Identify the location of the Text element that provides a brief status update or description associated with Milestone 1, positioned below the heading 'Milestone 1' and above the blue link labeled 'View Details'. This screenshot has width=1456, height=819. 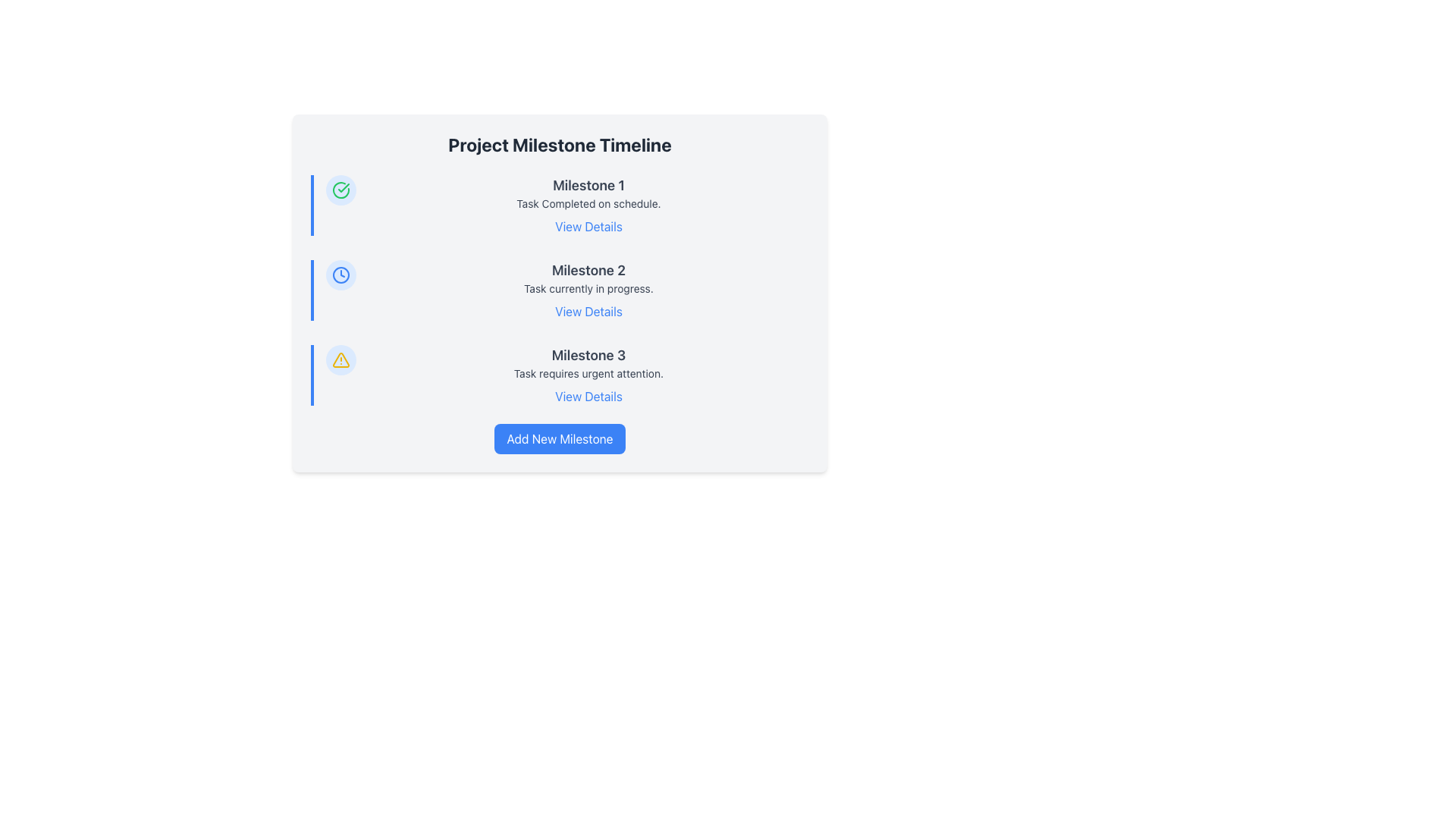
(588, 203).